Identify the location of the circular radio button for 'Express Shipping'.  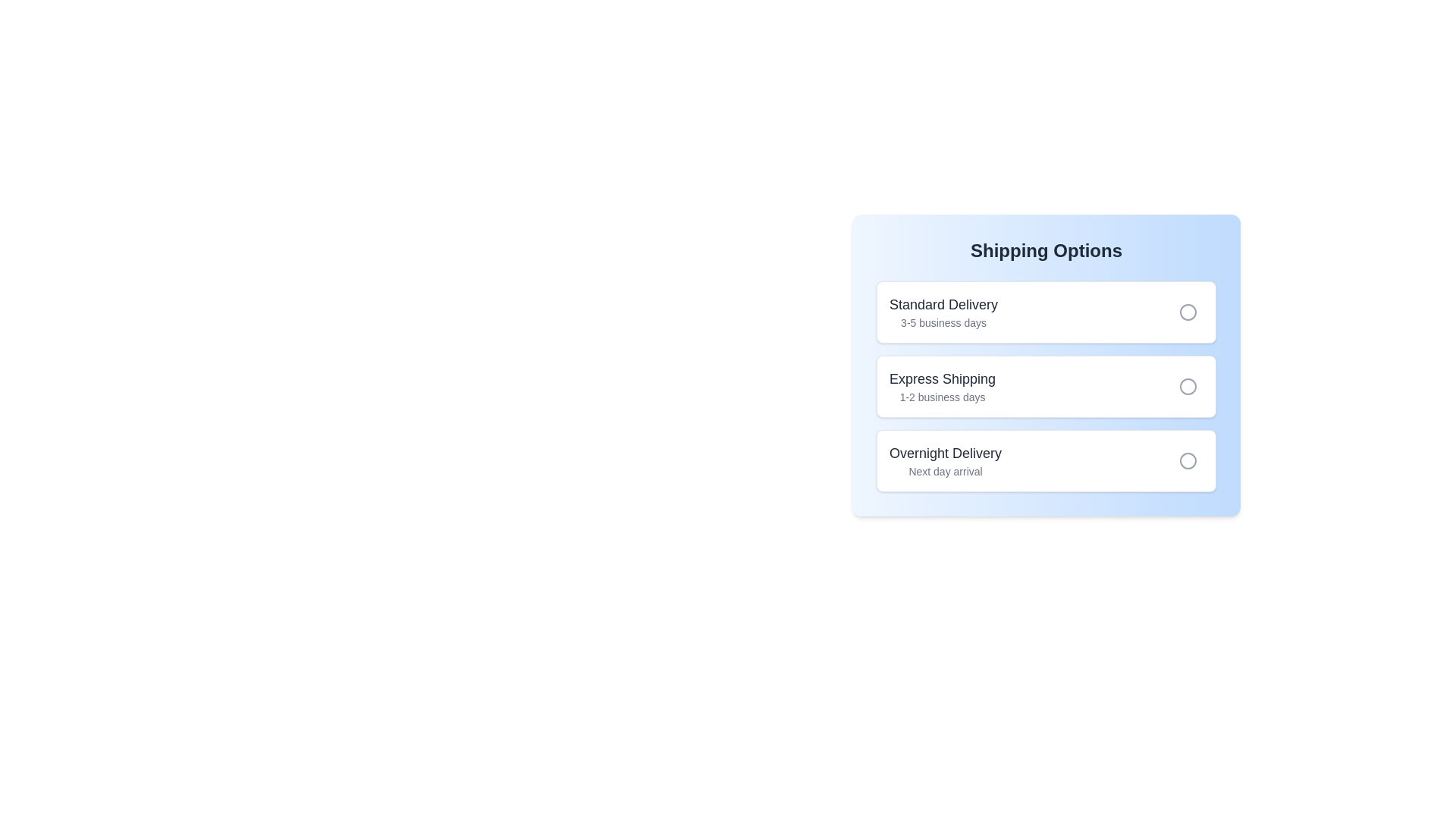
(1046, 385).